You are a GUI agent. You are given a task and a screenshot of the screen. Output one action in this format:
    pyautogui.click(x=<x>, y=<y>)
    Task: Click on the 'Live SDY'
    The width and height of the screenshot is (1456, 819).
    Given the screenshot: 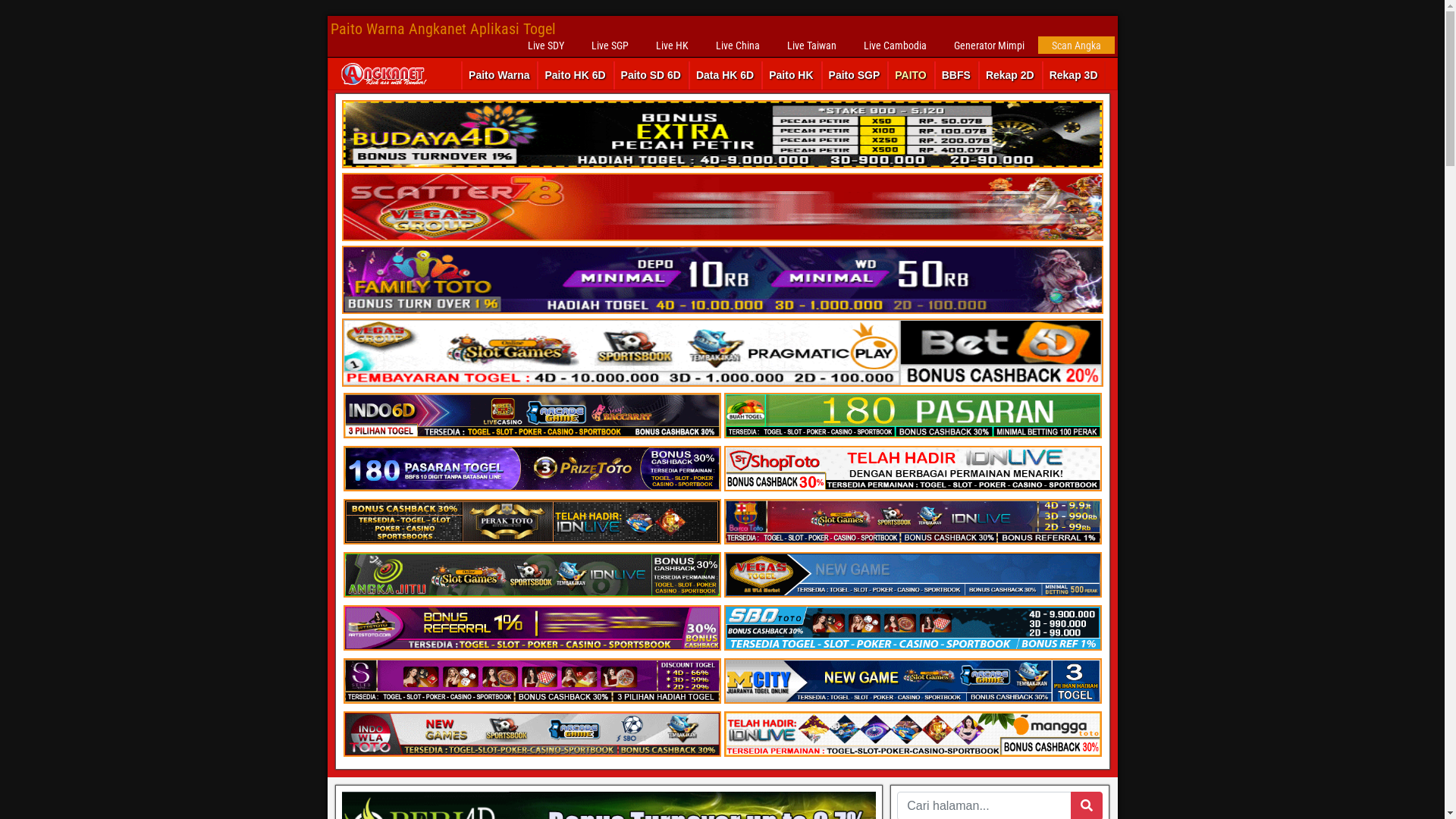 What is the action you would take?
    pyautogui.click(x=546, y=45)
    